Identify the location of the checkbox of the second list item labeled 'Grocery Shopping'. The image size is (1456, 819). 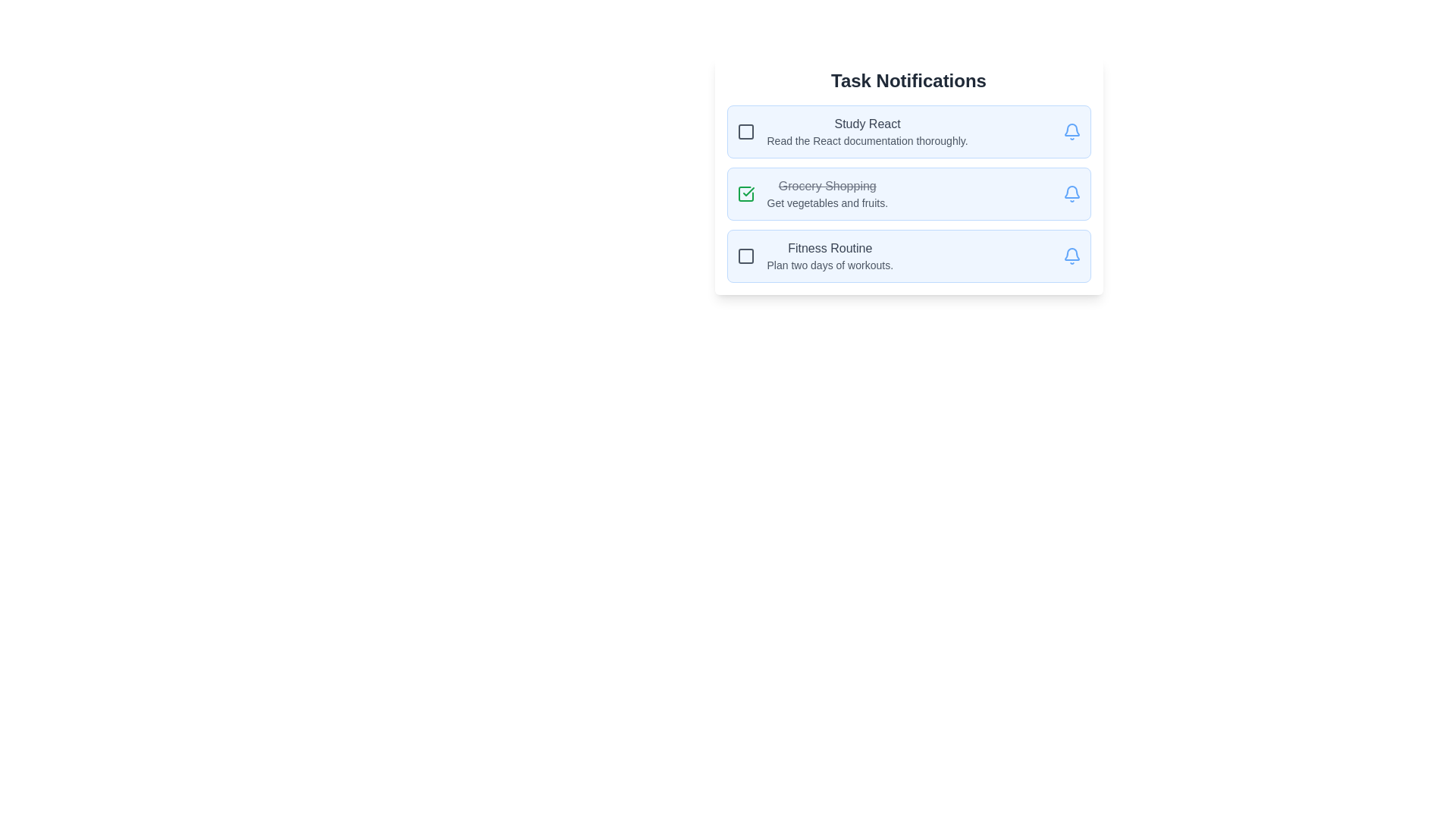
(811, 193).